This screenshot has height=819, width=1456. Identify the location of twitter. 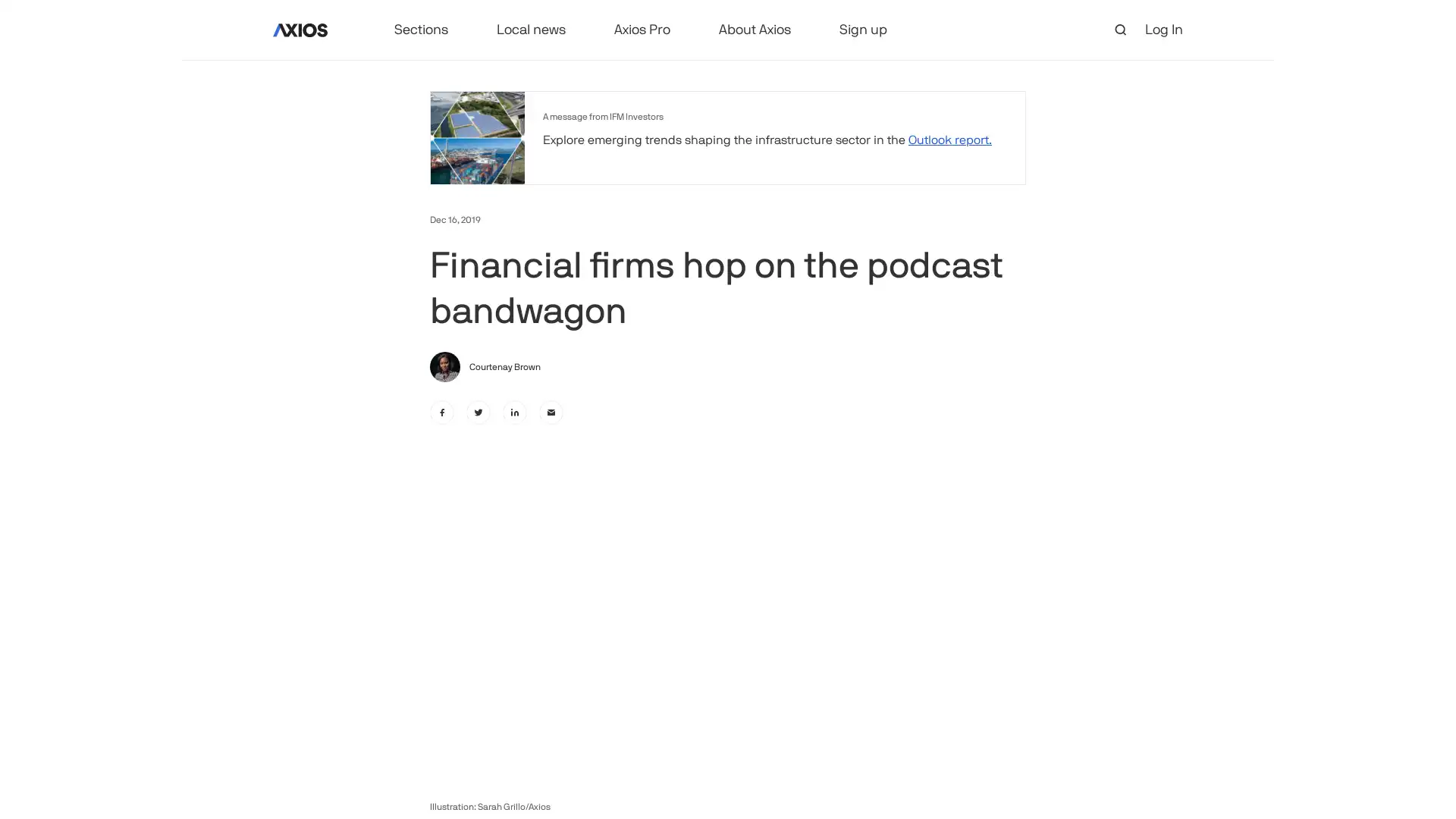
(476, 412).